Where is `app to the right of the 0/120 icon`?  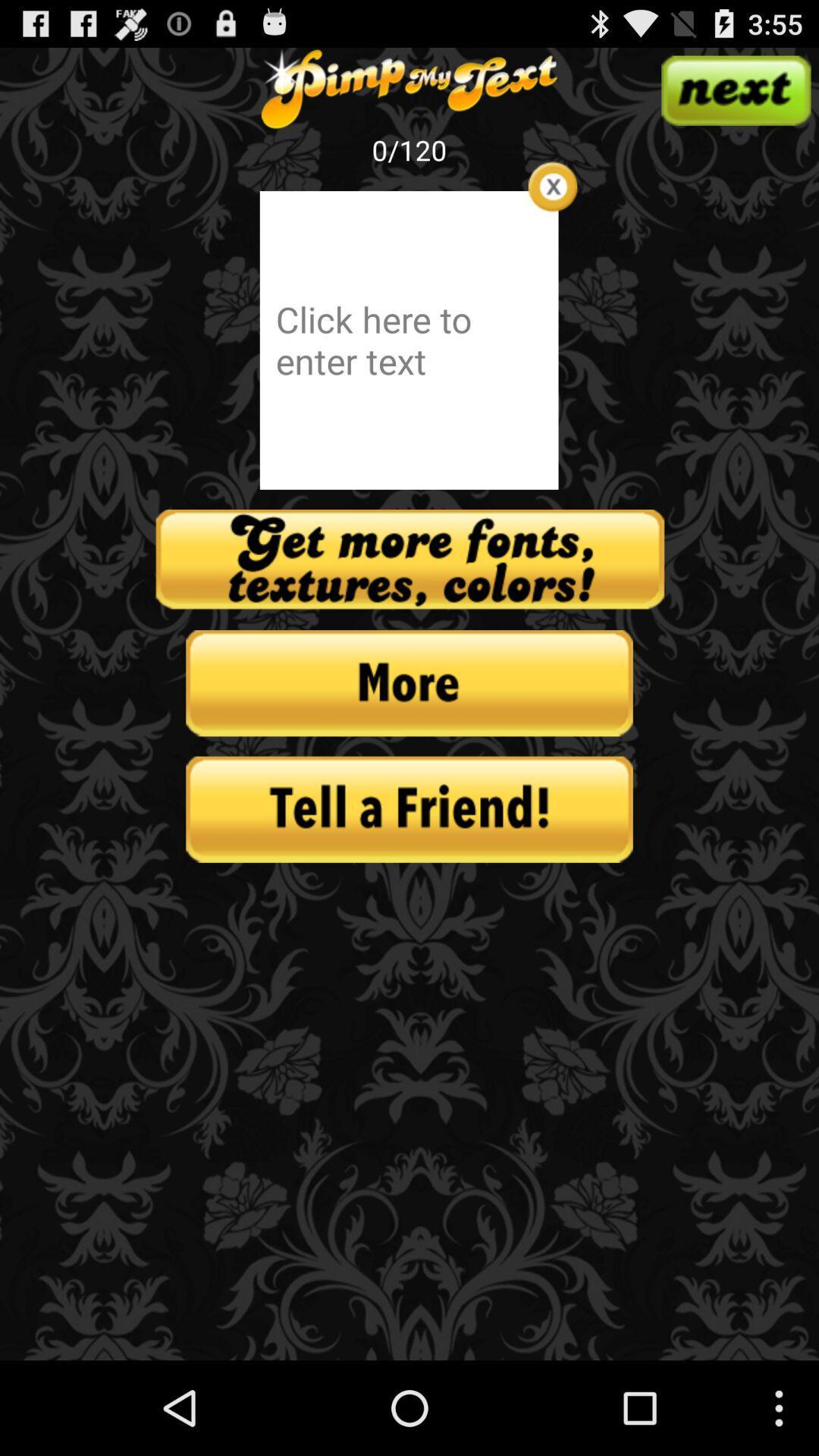
app to the right of the 0/120 icon is located at coordinates (553, 186).